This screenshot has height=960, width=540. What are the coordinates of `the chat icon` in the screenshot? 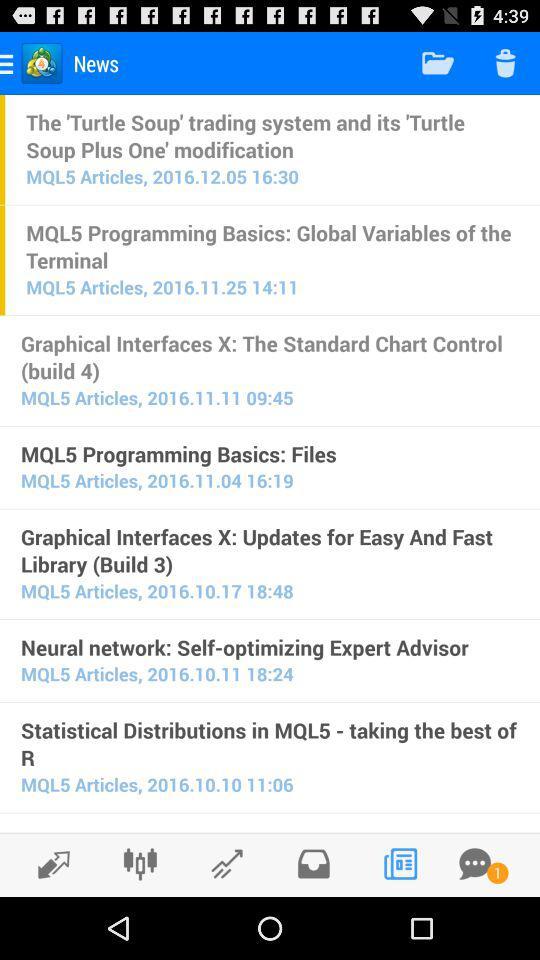 It's located at (474, 924).